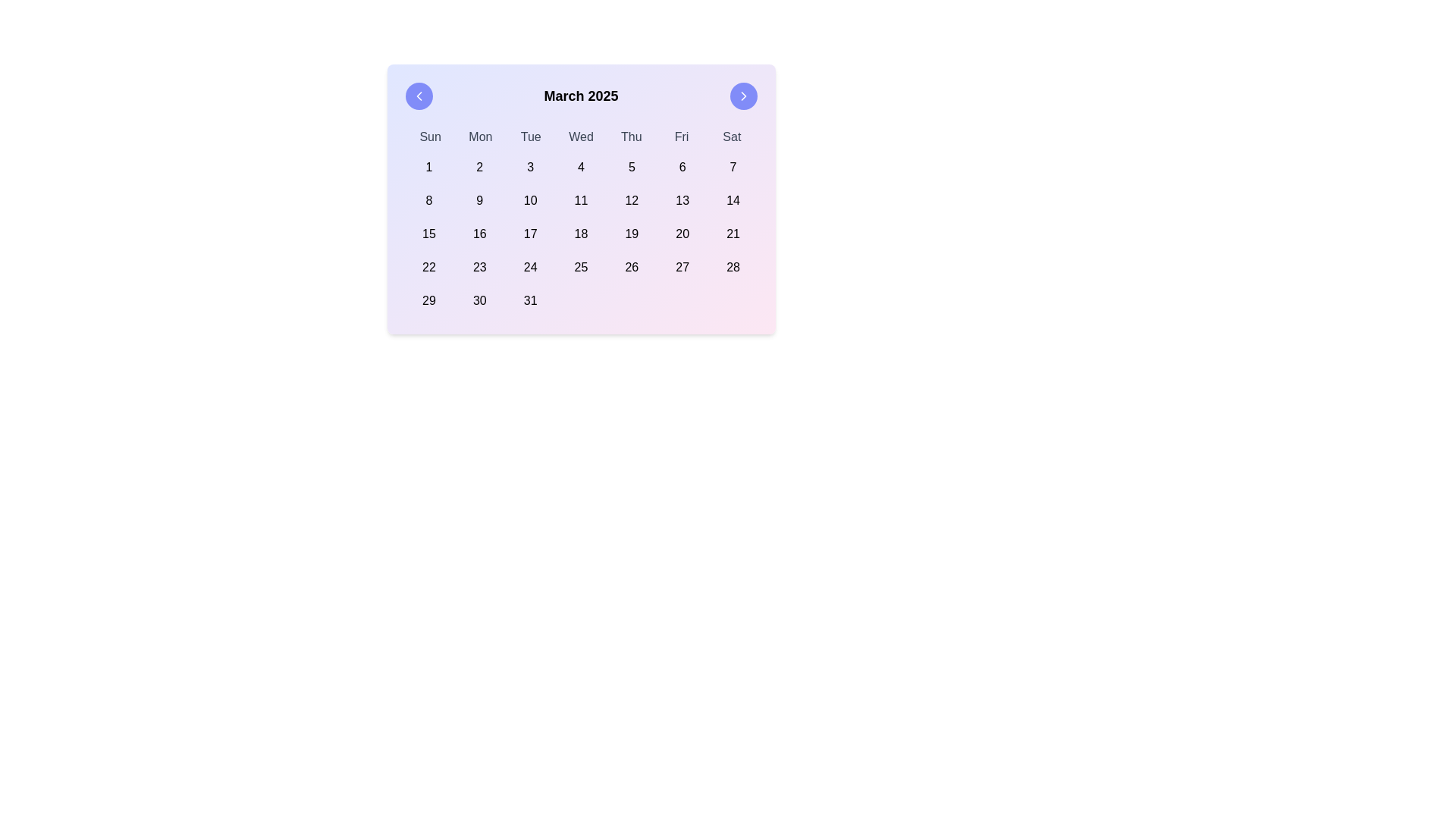 The height and width of the screenshot is (819, 1456). What do you see at coordinates (682, 167) in the screenshot?
I see `the button displaying the number '6' in the calendar grid` at bounding box center [682, 167].